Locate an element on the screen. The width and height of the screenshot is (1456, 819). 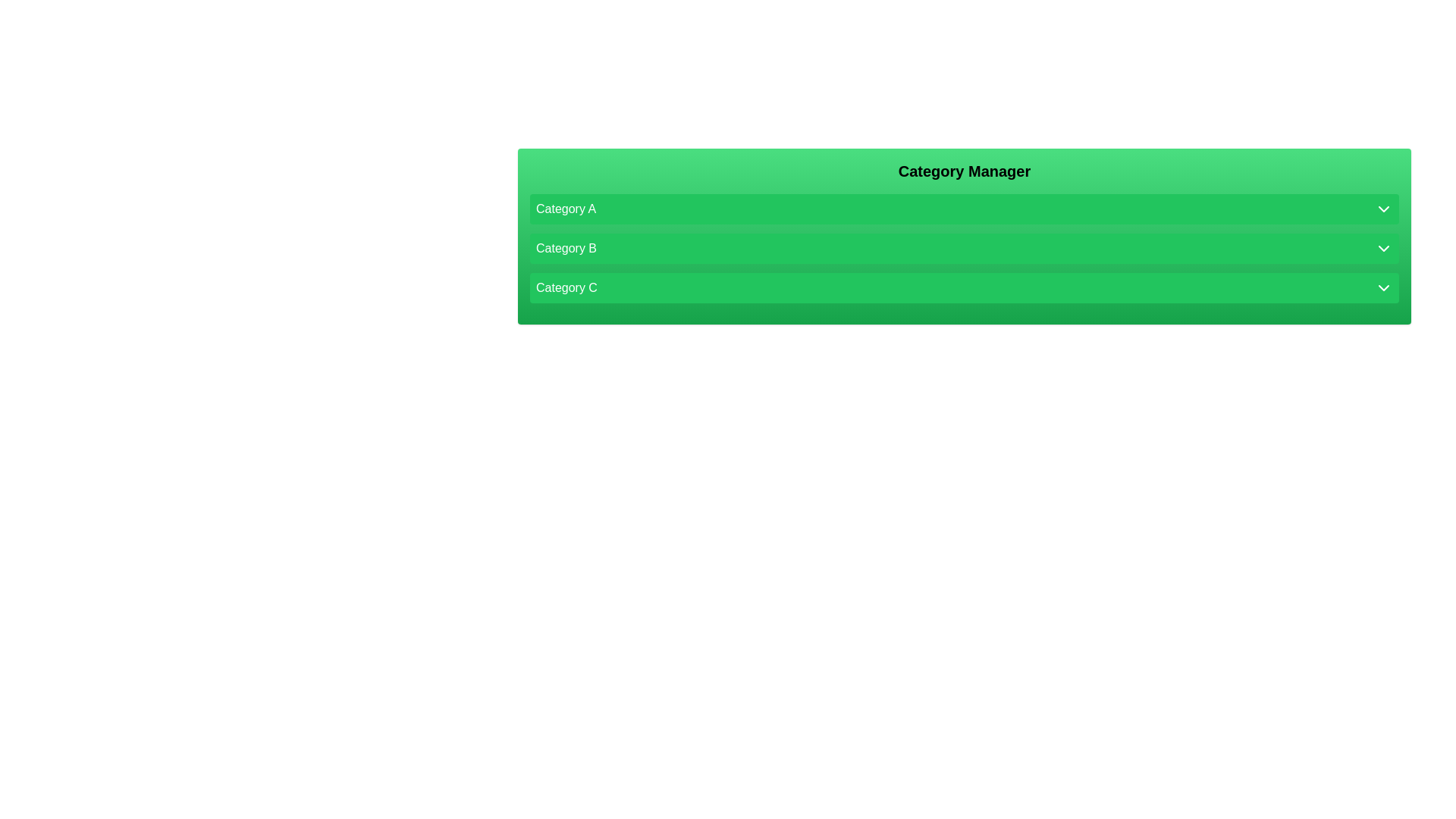
the text of Category A in the list is located at coordinates (964, 209).